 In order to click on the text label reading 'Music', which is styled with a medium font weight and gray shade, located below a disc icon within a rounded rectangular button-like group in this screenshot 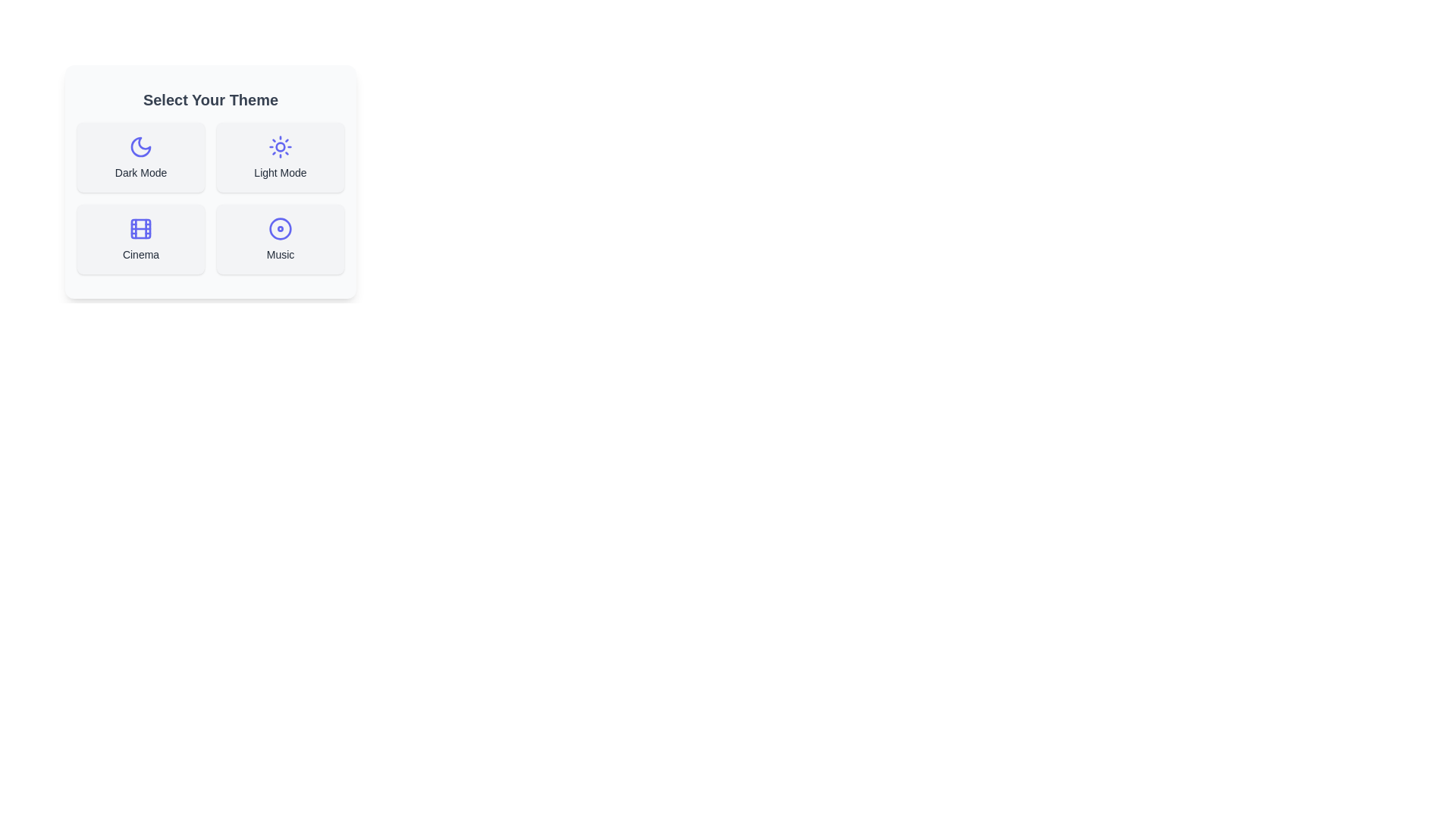, I will do `click(280, 253)`.